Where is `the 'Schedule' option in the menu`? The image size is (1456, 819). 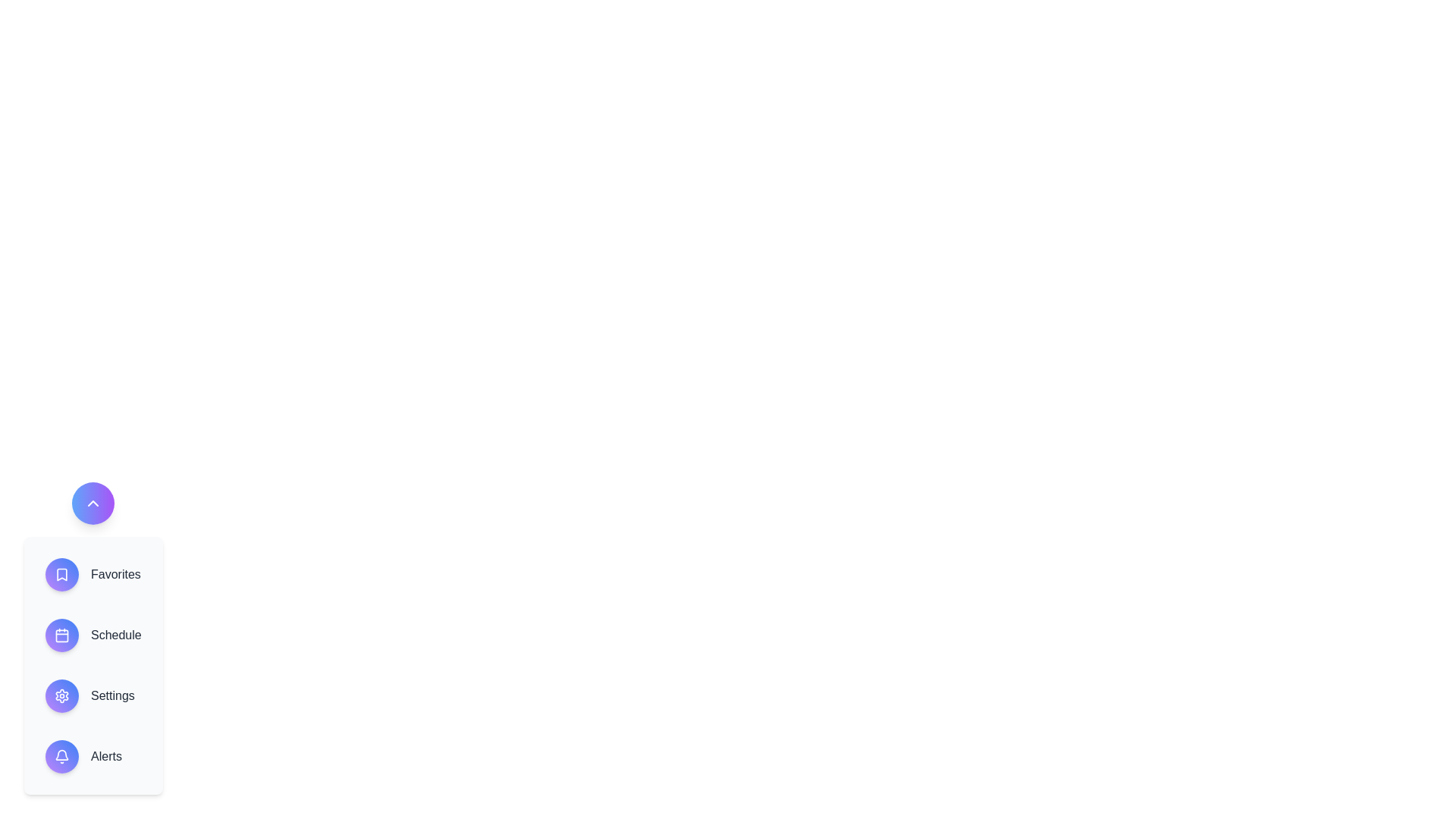
the 'Schedule' option in the menu is located at coordinates (93, 635).